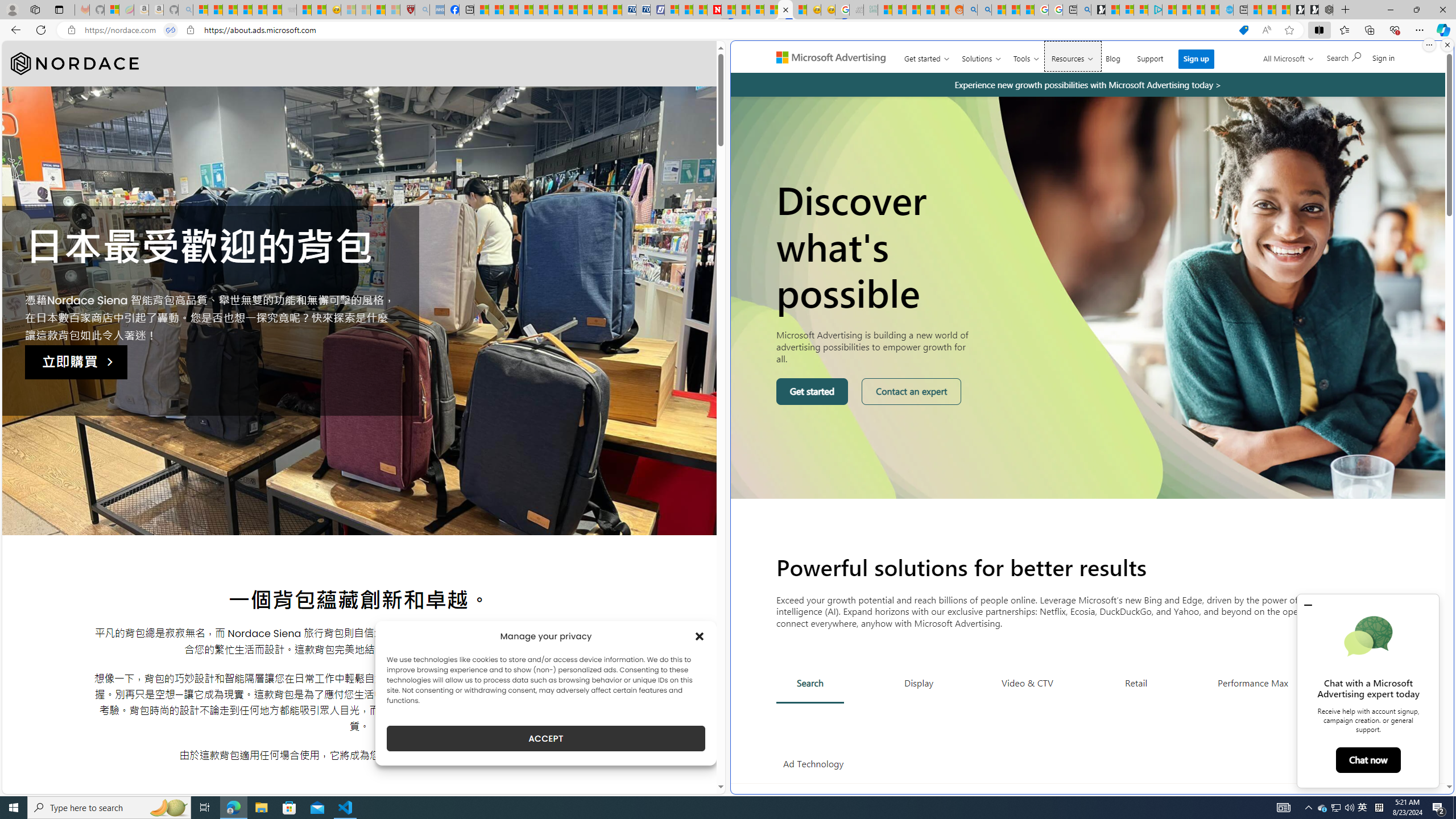  What do you see at coordinates (983, 9) in the screenshot?
I see `'Utah sues federal government - Search'` at bounding box center [983, 9].